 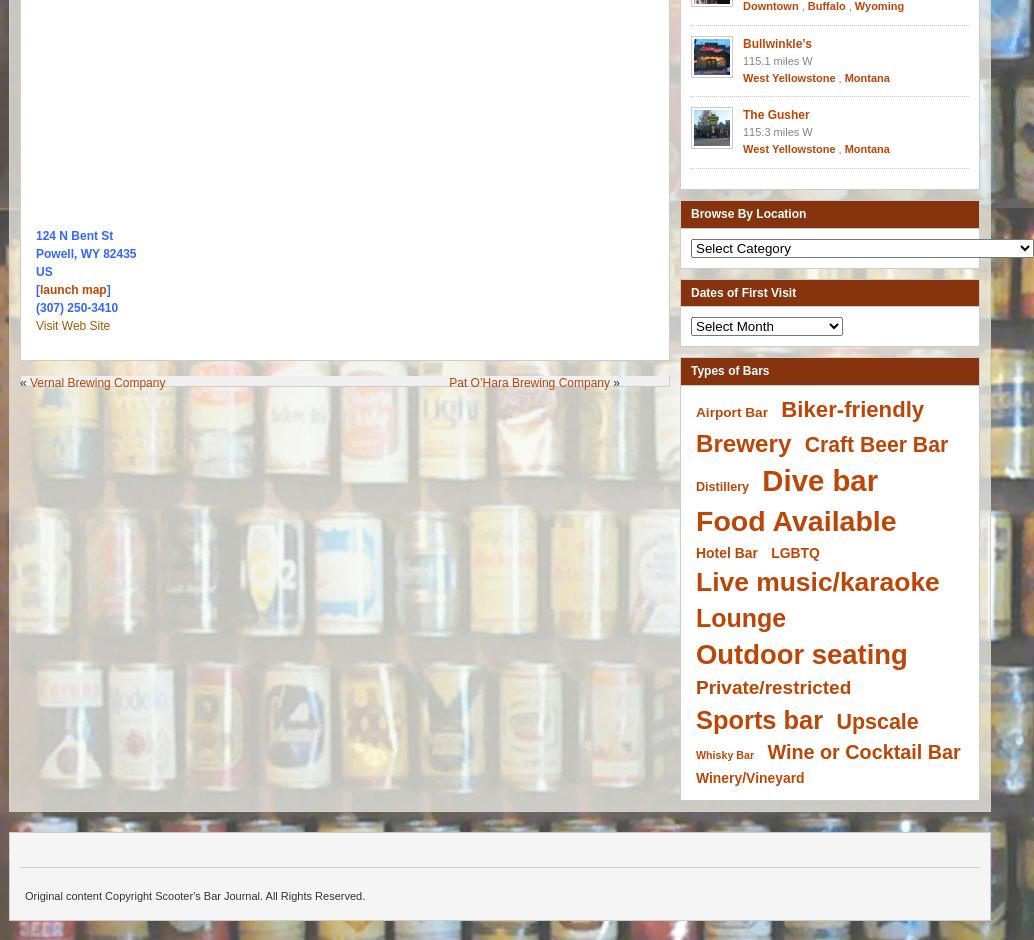 What do you see at coordinates (851, 409) in the screenshot?
I see `'Biker-friendly'` at bounding box center [851, 409].